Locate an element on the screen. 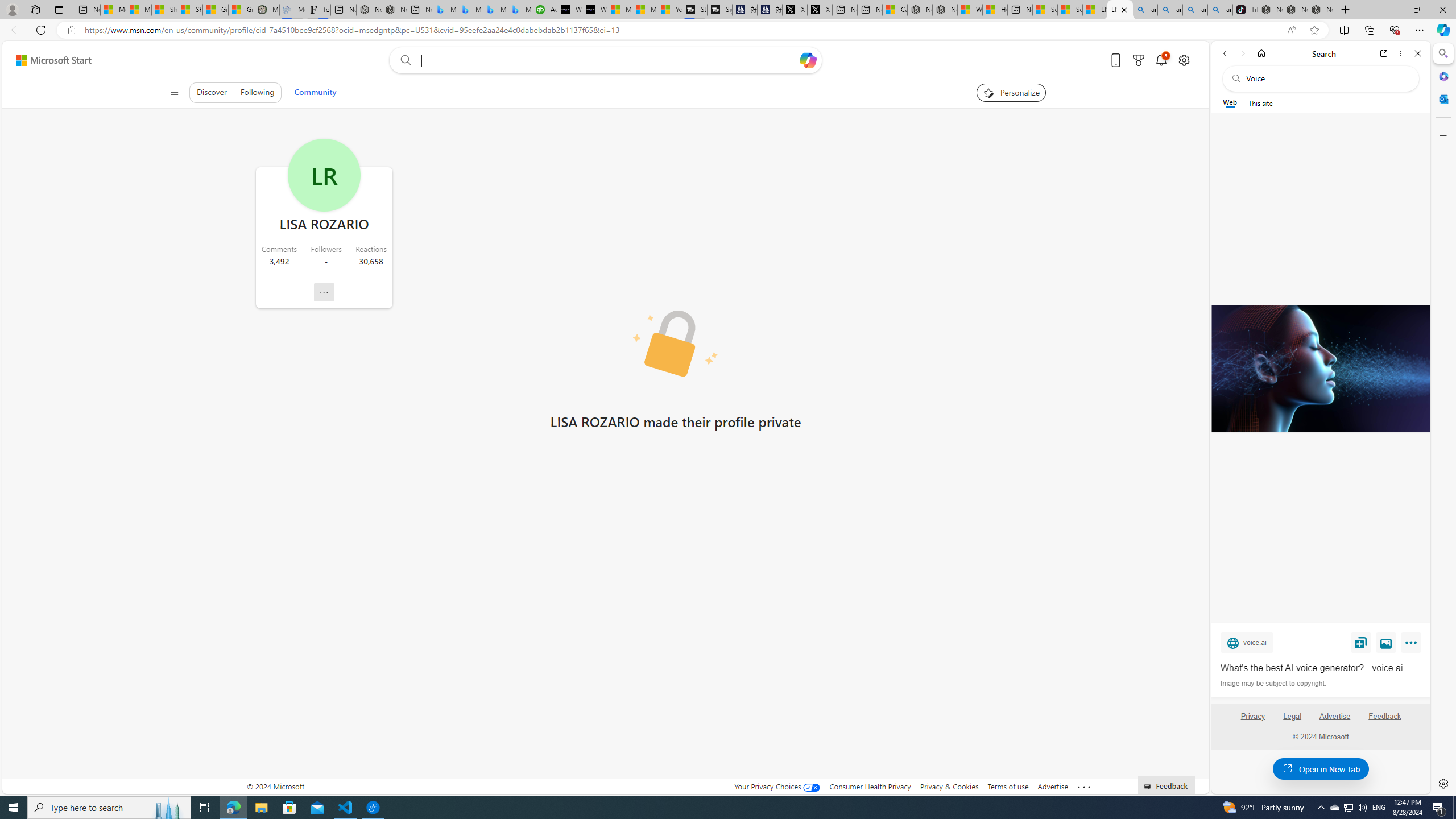 The height and width of the screenshot is (819, 1456). 'Personalize your feed"' is located at coordinates (1010, 92).